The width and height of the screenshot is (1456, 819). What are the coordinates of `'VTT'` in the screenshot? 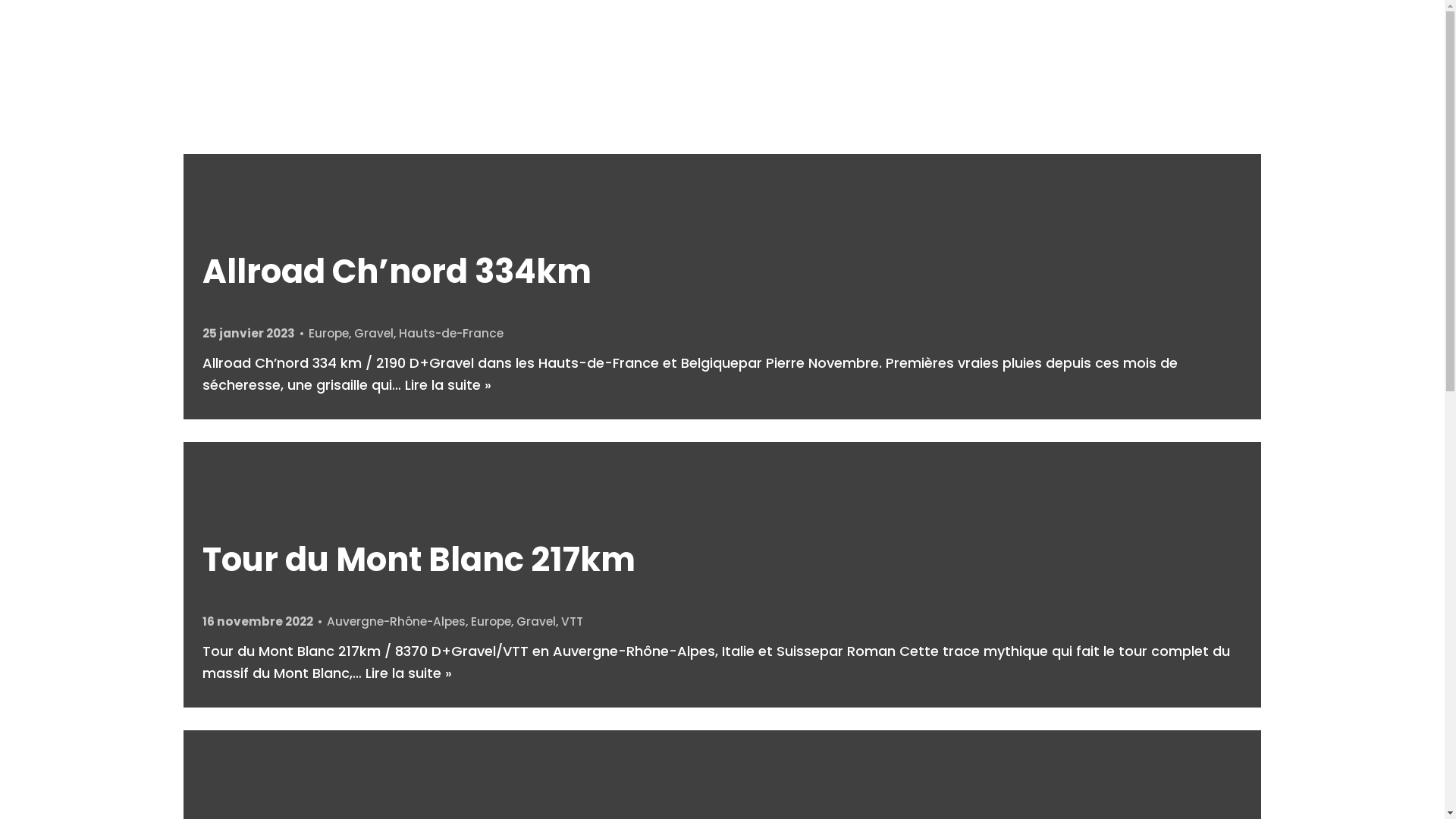 It's located at (571, 621).